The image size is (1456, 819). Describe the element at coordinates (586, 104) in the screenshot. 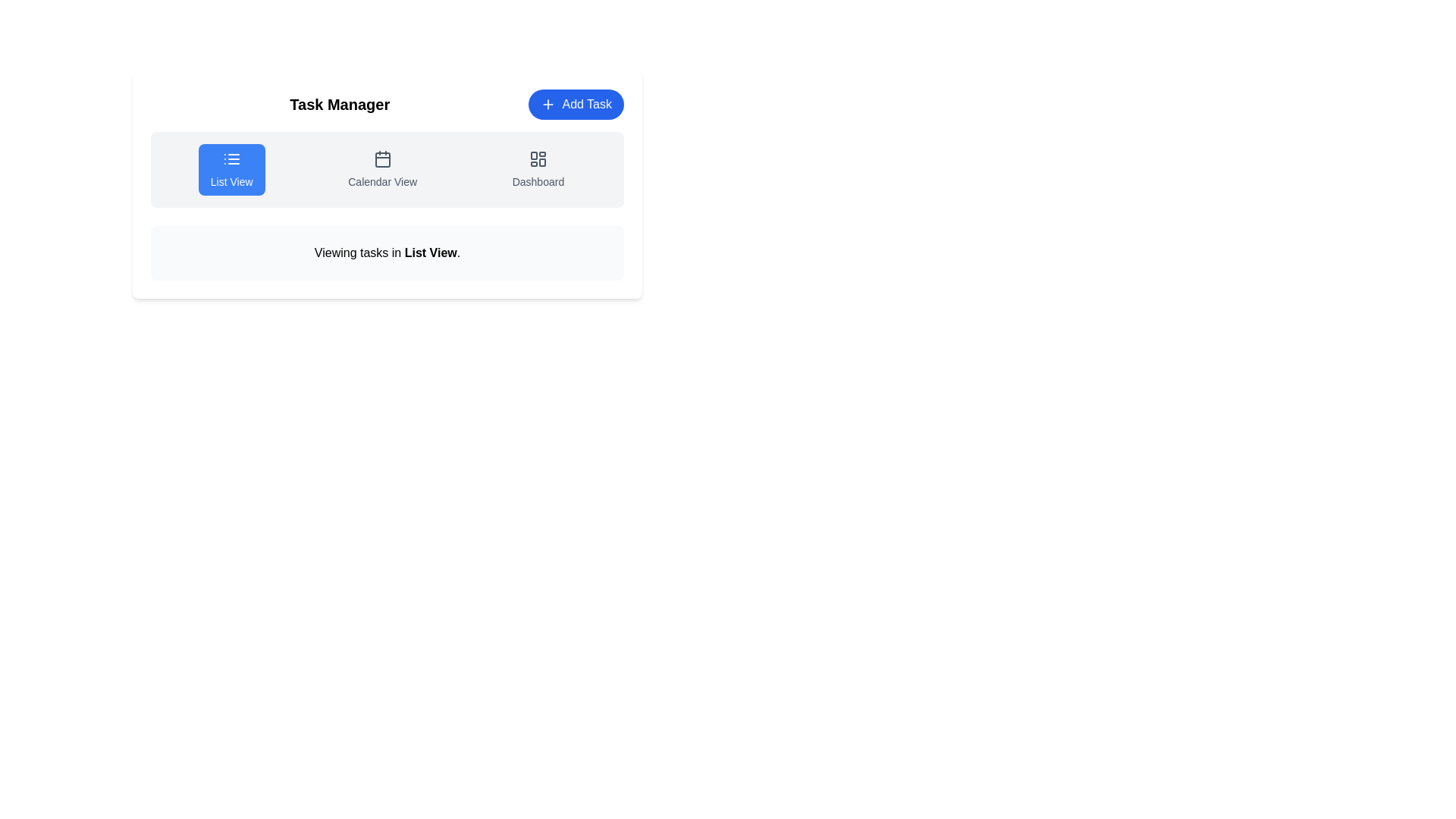

I see `text label that indicates the function of the add task button in the task manager application, located in the header section towards the top right corner` at that location.